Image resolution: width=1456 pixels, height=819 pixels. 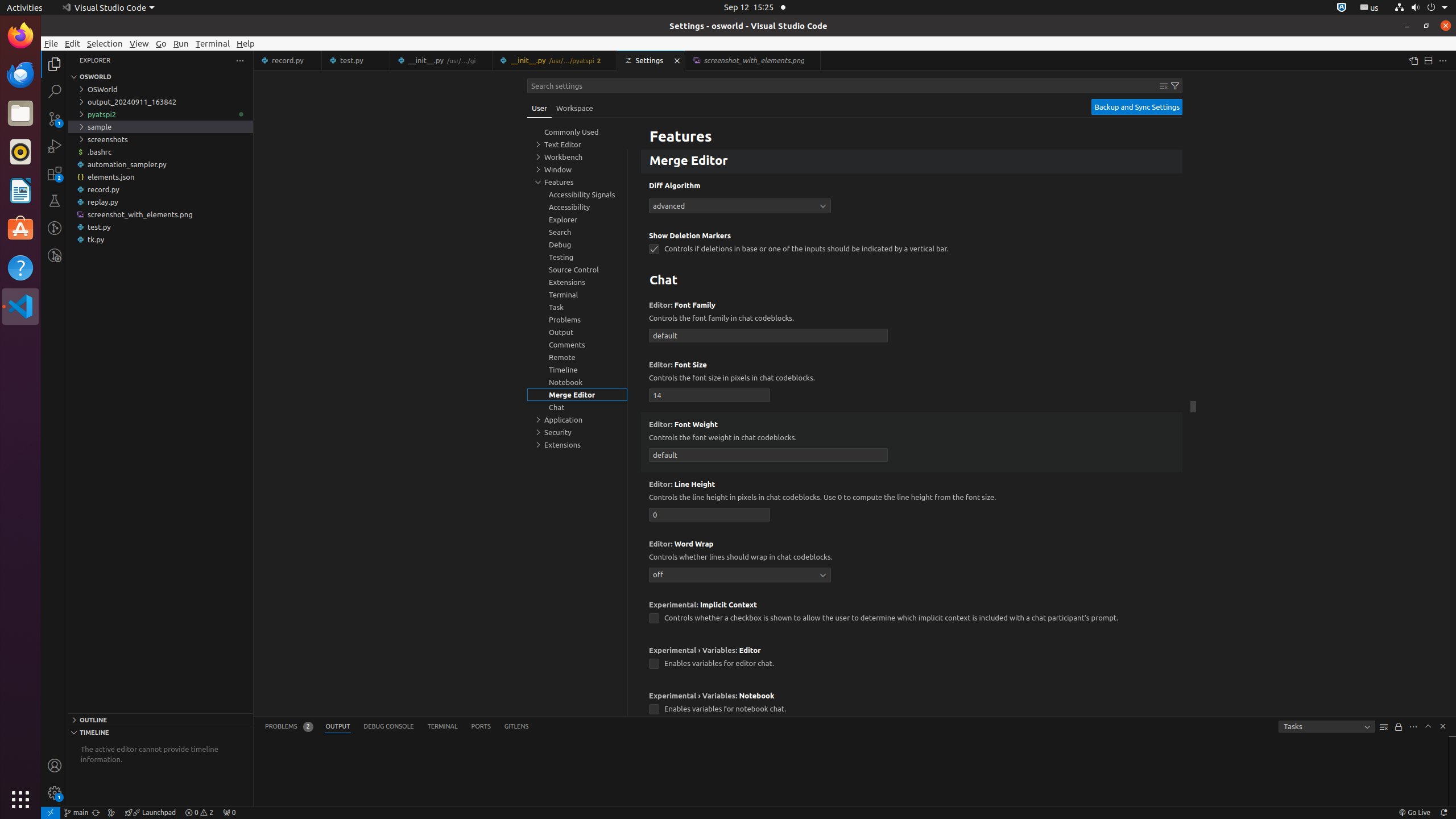 I want to click on 'off', so click(x=739, y=574).